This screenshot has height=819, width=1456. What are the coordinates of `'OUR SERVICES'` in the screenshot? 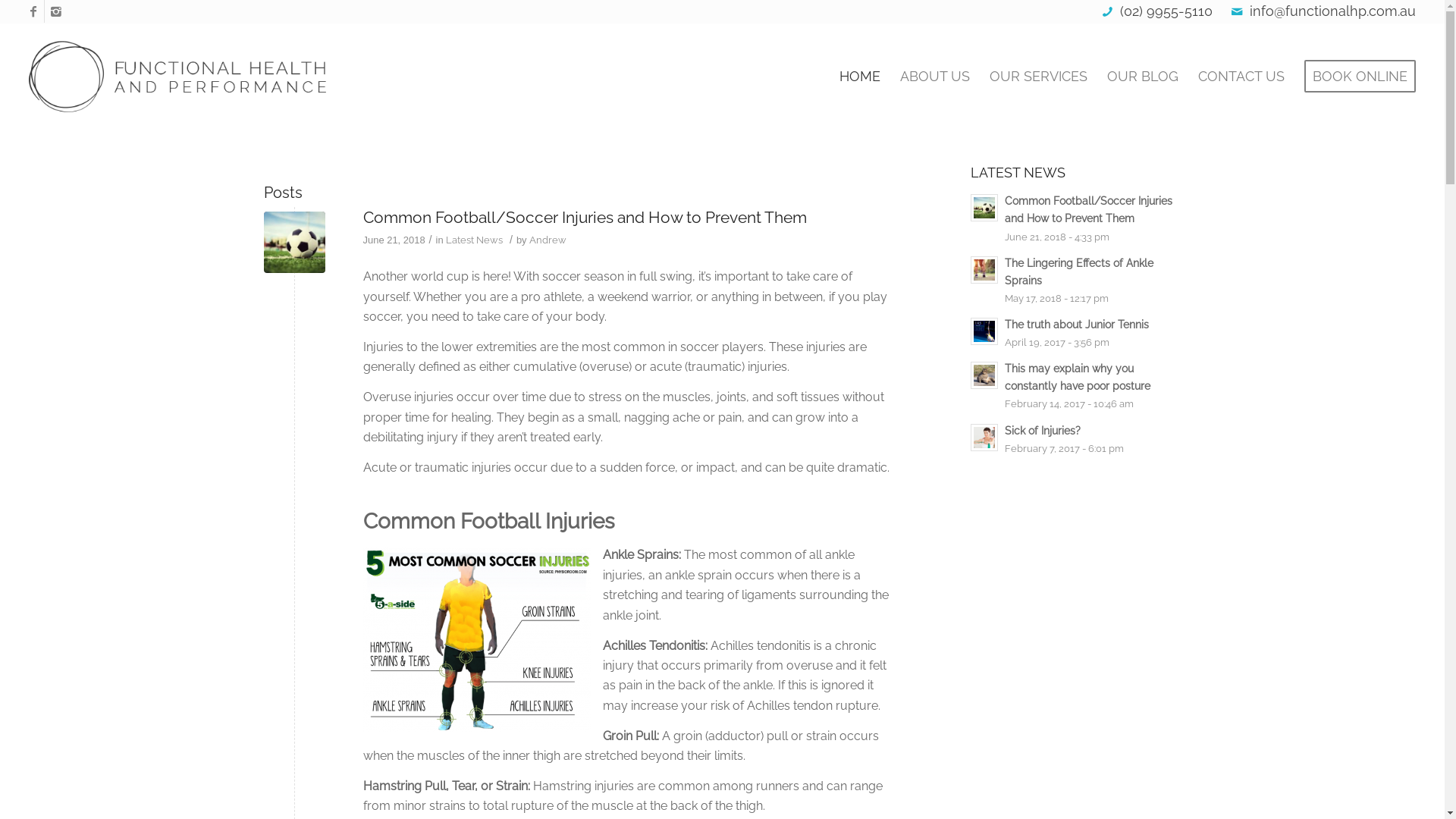 It's located at (979, 76).